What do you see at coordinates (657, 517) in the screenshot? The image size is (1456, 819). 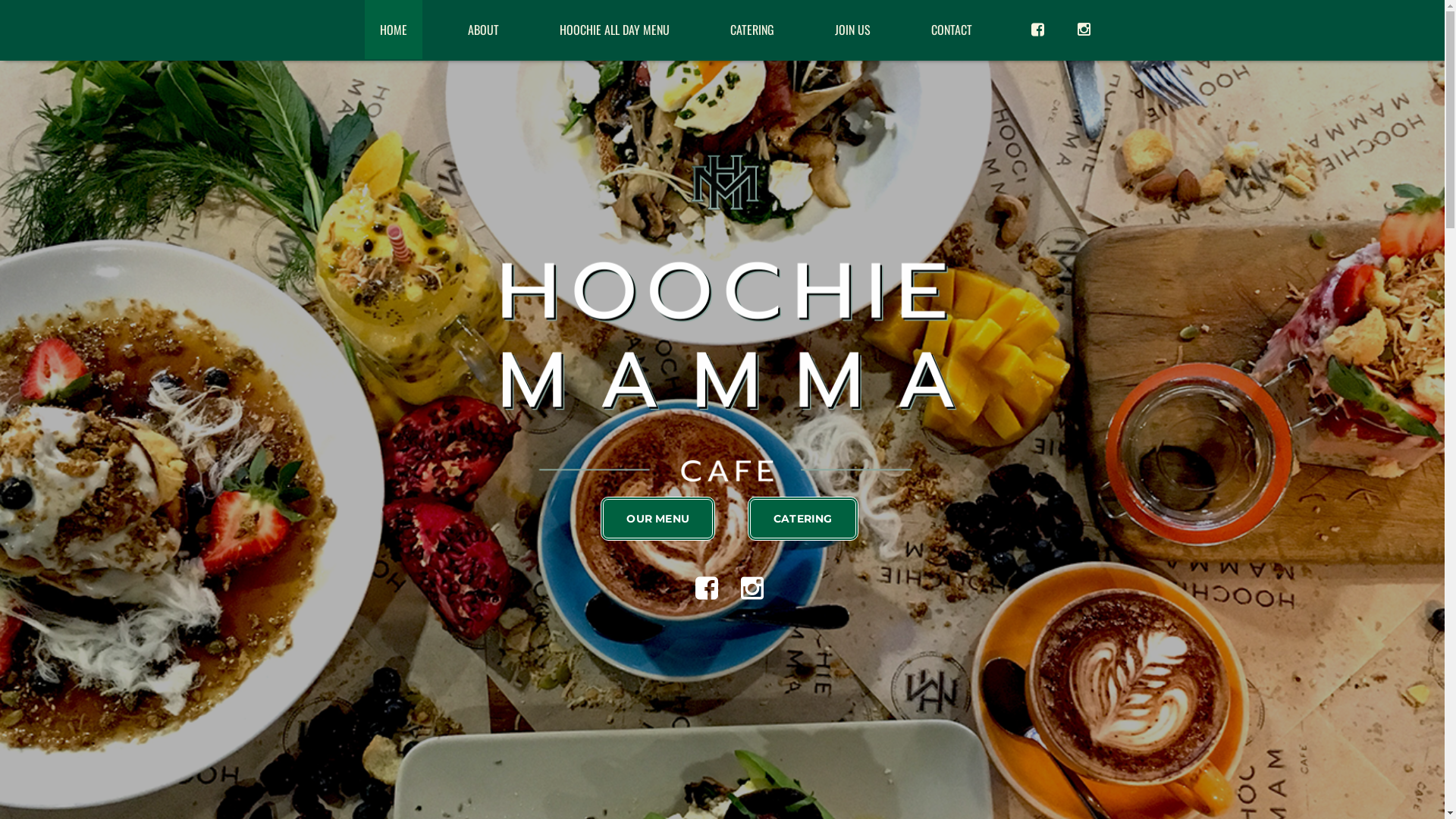 I see `'OUR MENU'` at bounding box center [657, 517].